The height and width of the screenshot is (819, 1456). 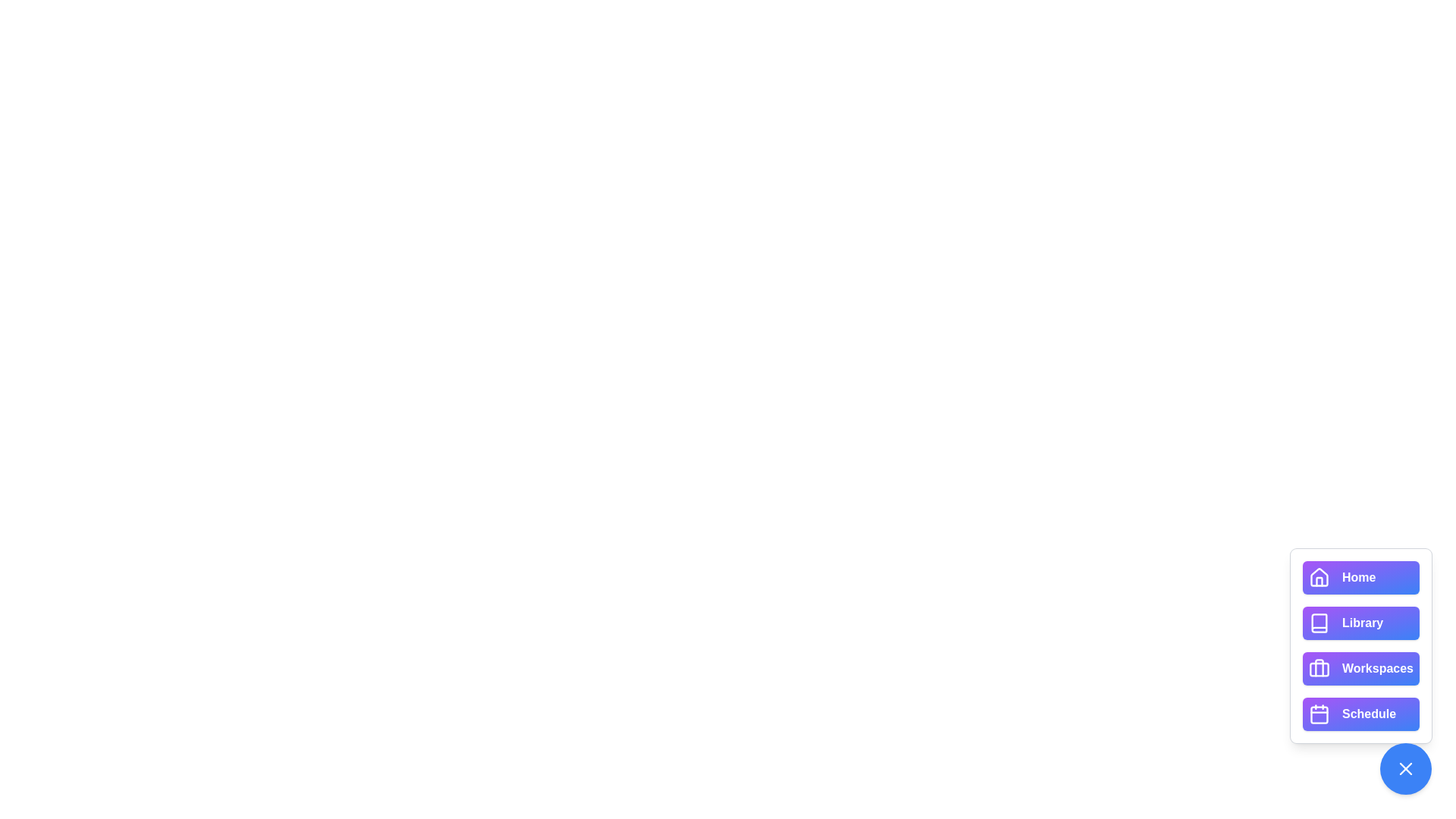 What do you see at coordinates (1361, 623) in the screenshot?
I see `the button labeled Library to view its hover effect` at bounding box center [1361, 623].